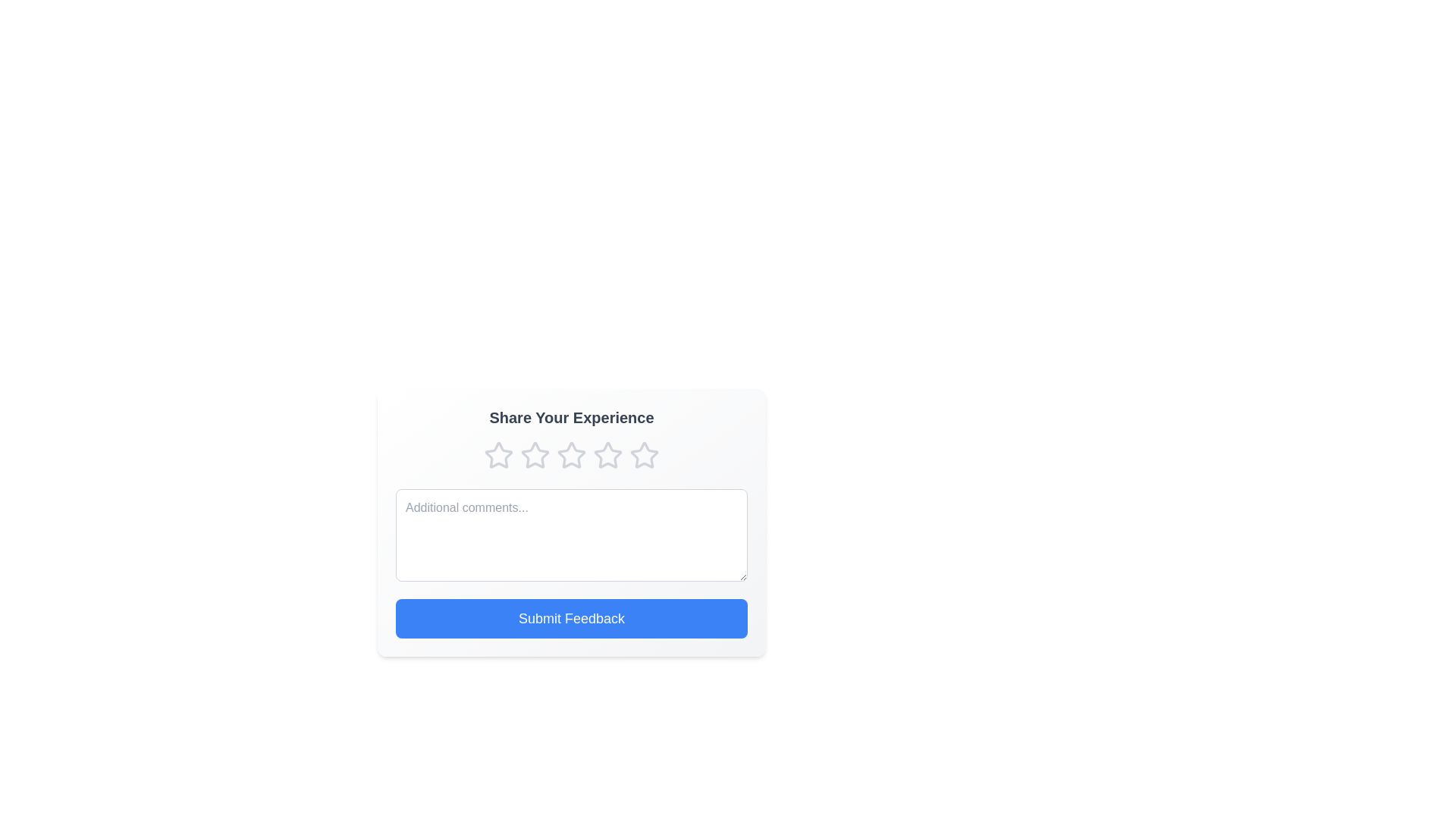  Describe the element at coordinates (498, 454) in the screenshot. I see `the first star-shaped rating icon in the feedback section, located below the 'Share Your Experience' text` at that location.